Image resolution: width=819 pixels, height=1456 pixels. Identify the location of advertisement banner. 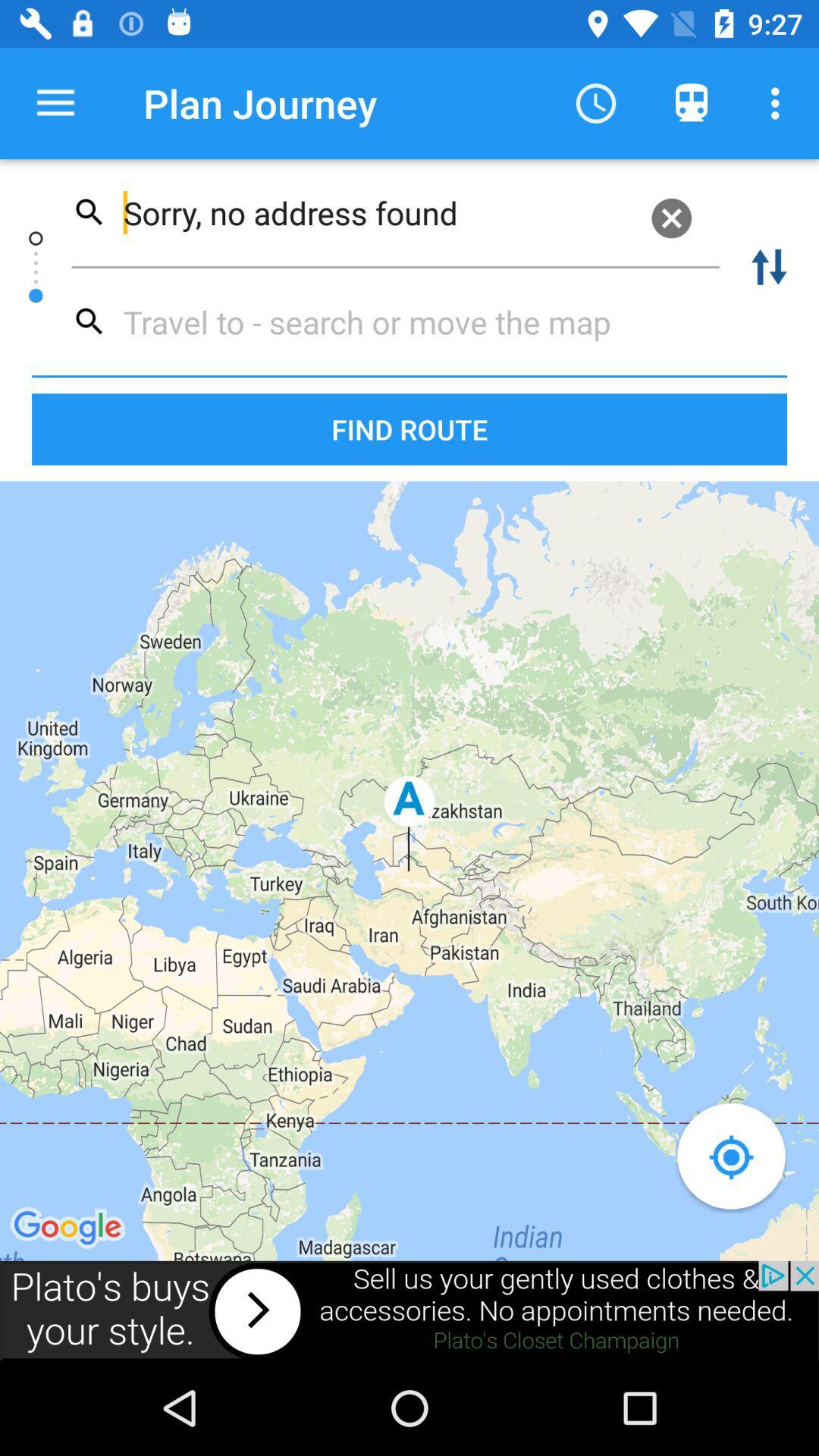
(409, 1310).